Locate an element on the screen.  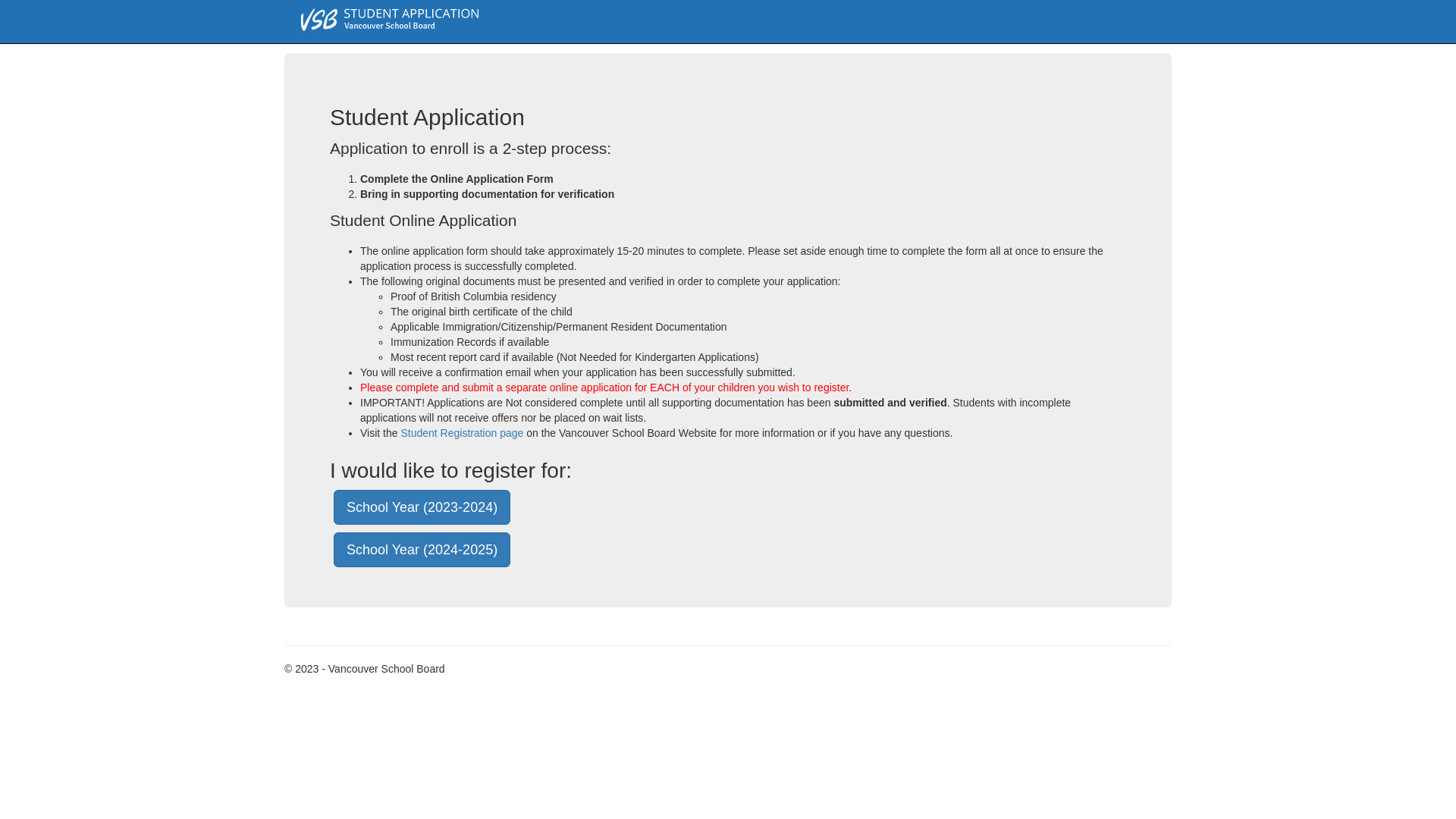
'Student Registration page' is located at coordinates (461, 432).